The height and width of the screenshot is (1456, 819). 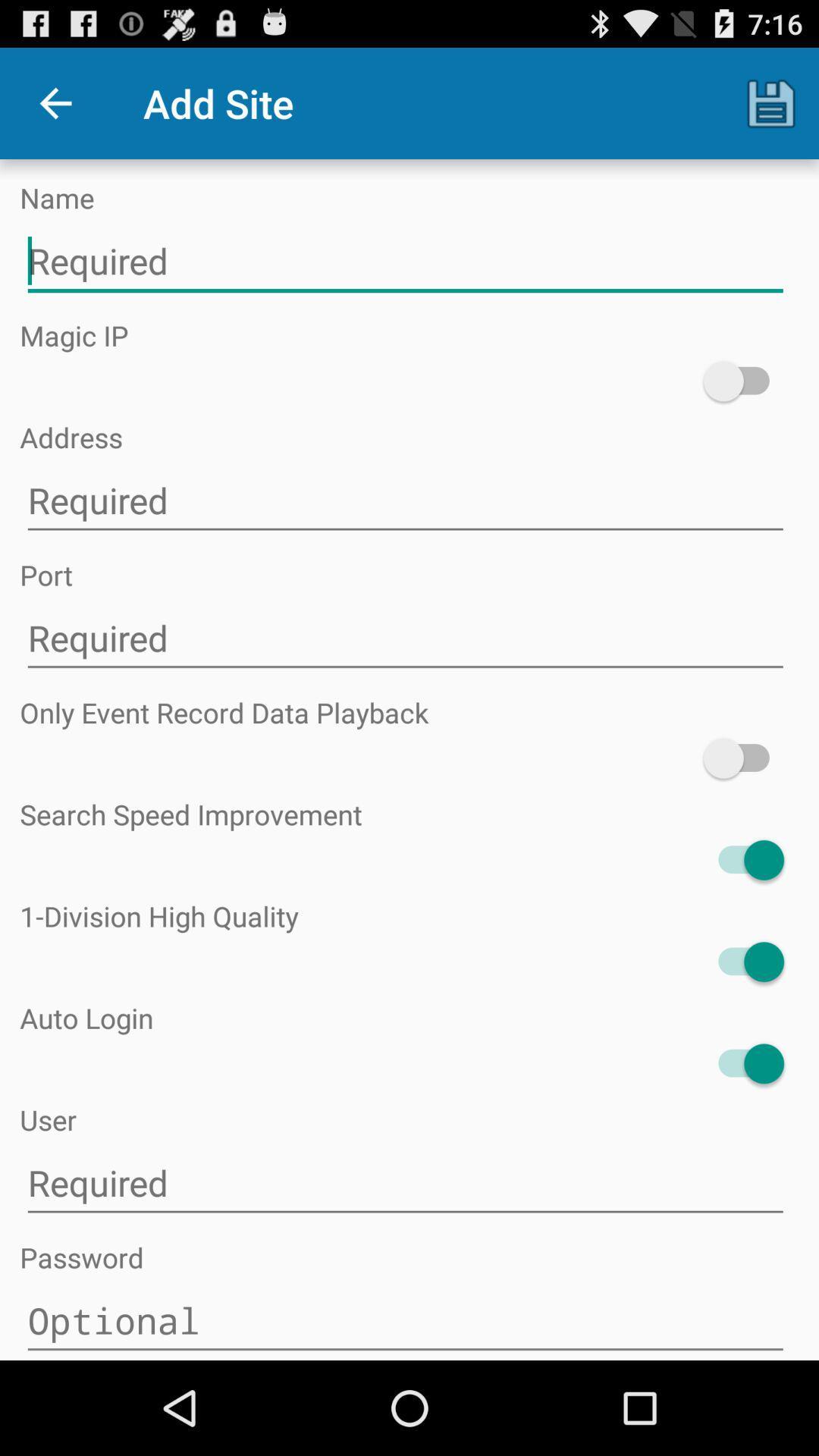 I want to click on type name, so click(x=404, y=262).